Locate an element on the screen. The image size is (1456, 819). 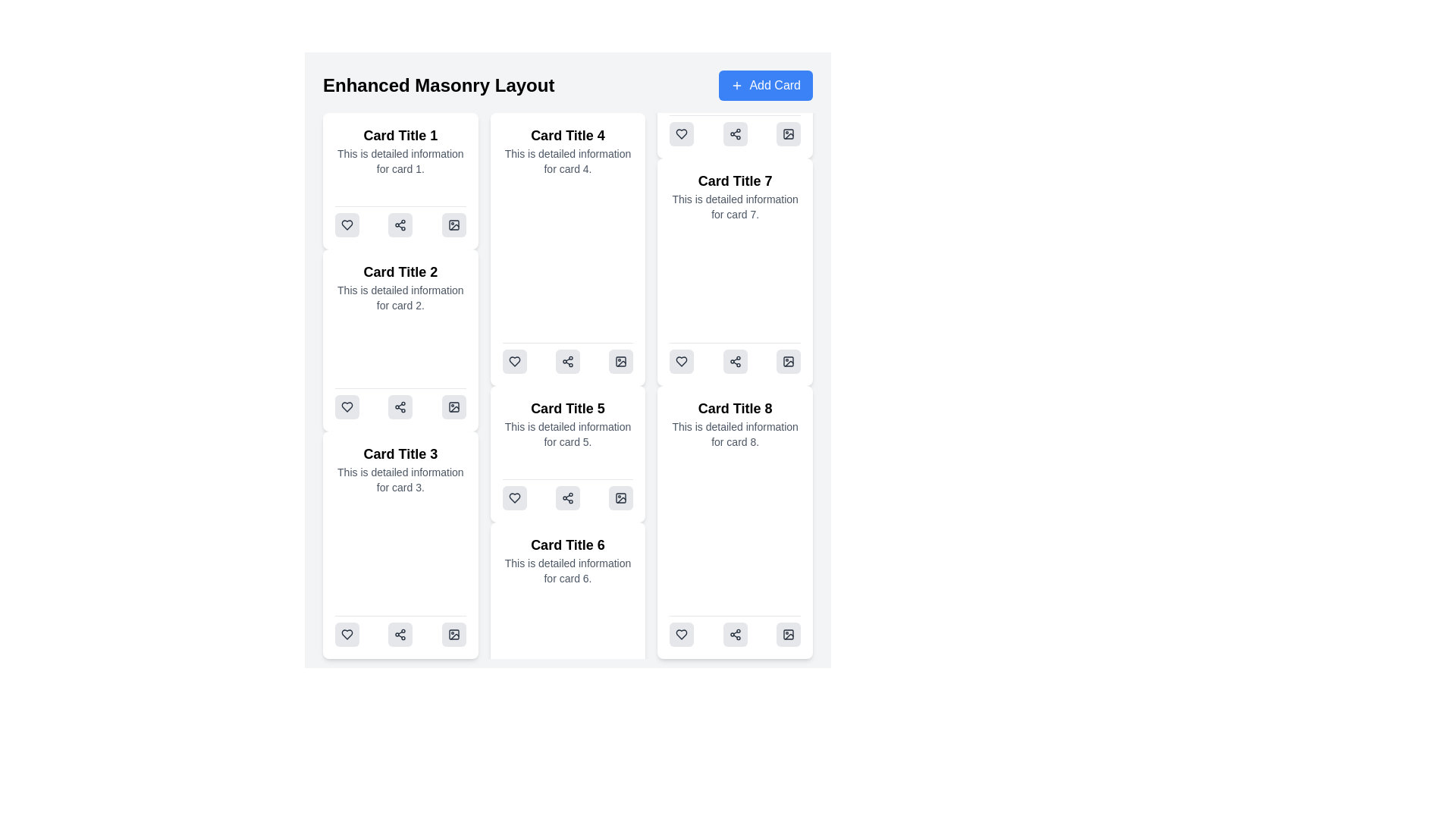
the second button with an icon (sharing symbol) at the bottom of 'Card Title 3' is located at coordinates (400, 406).